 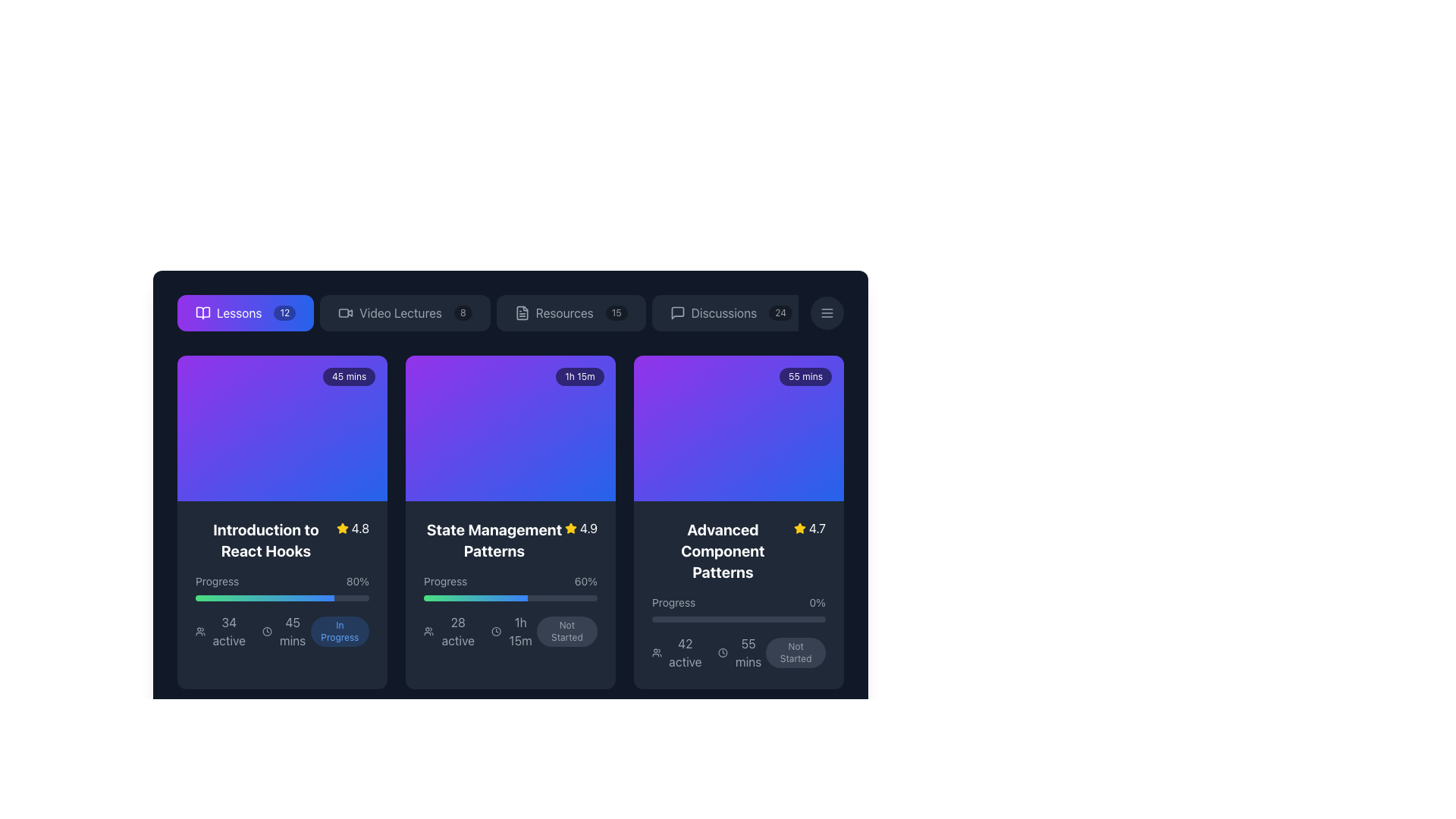 I want to click on the Status indicator tag located at the bottom-right corner of the middle card in the series, which indicates that the associated task has not been started, so click(x=566, y=632).